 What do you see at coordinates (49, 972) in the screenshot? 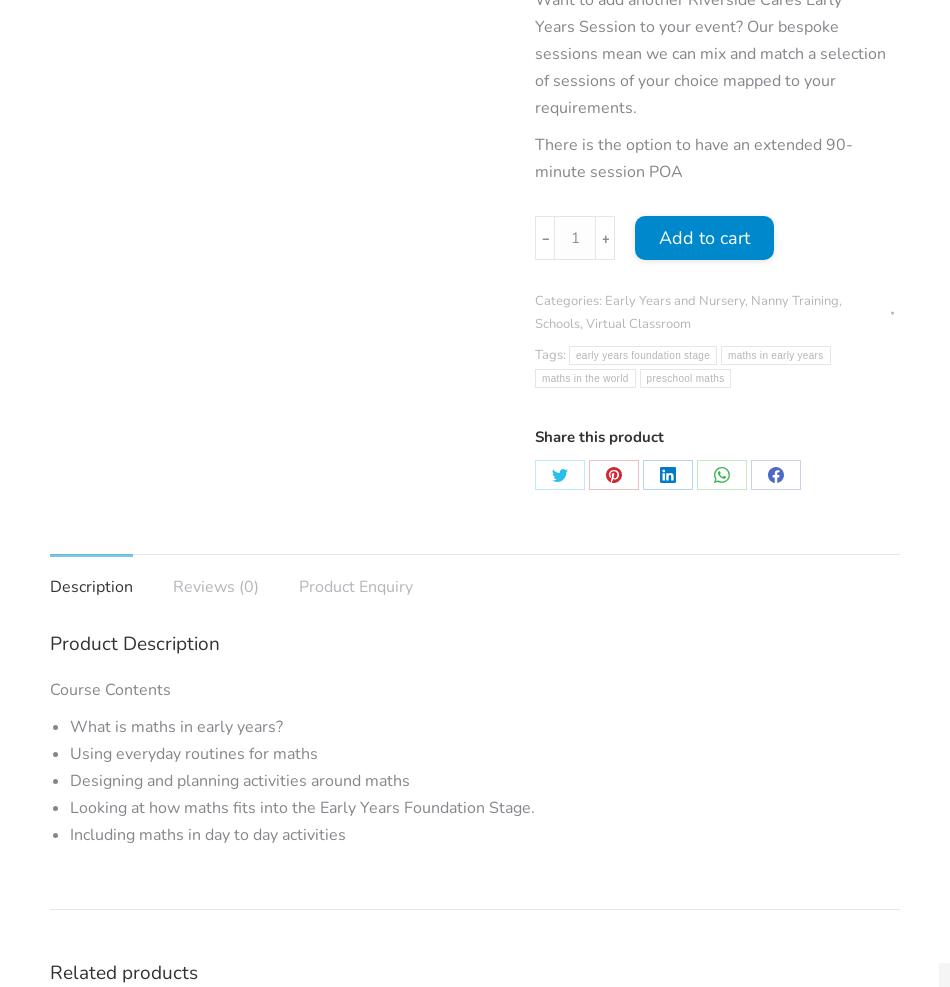
I see `'Related products'` at bounding box center [49, 972].